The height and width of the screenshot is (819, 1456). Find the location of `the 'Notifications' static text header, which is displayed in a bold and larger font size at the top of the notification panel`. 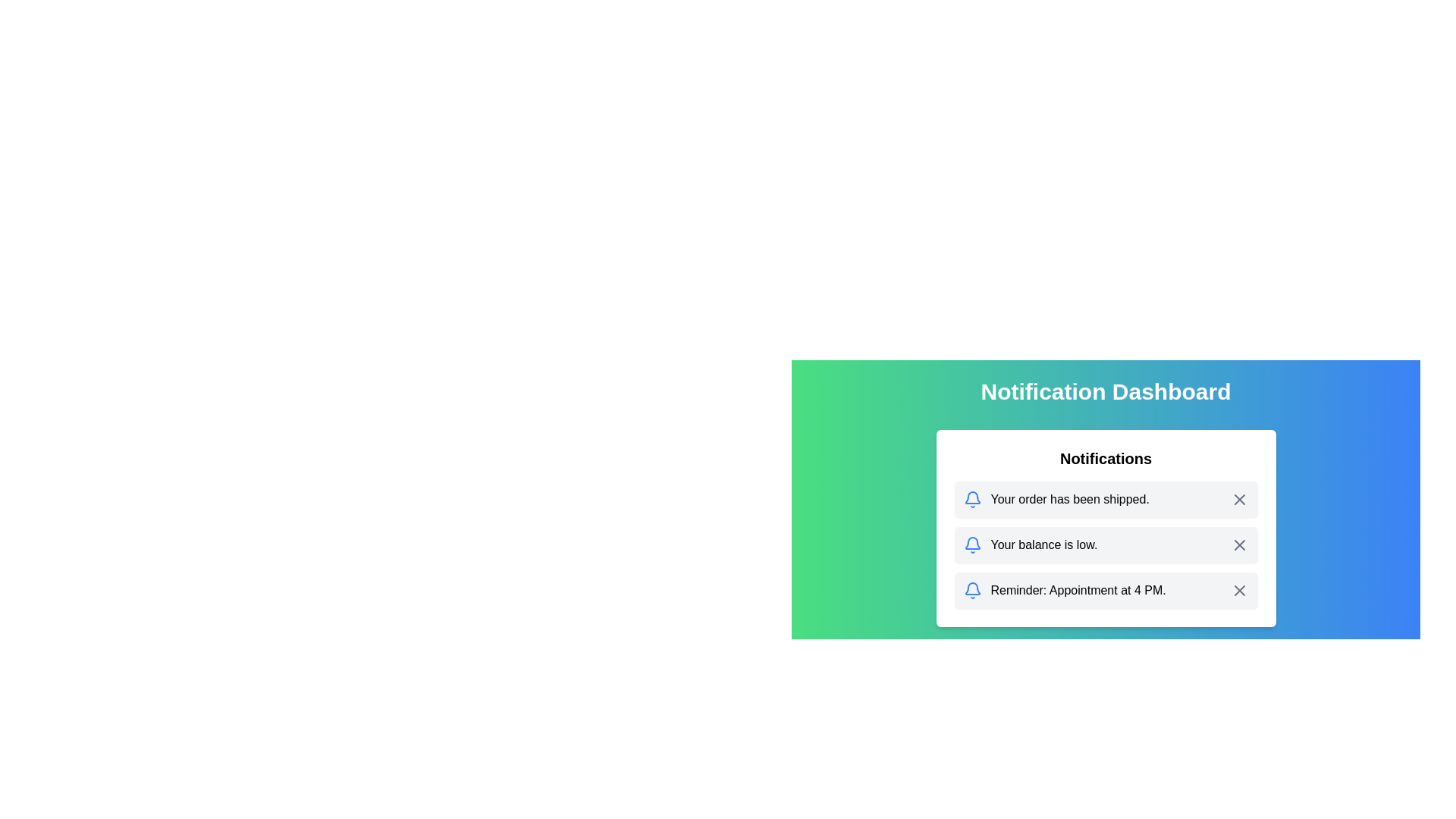

the 'Notifications' static text header, which is displayed in a bold and larger font size at the top of the notification panel is located at coordinates (1106, 458).